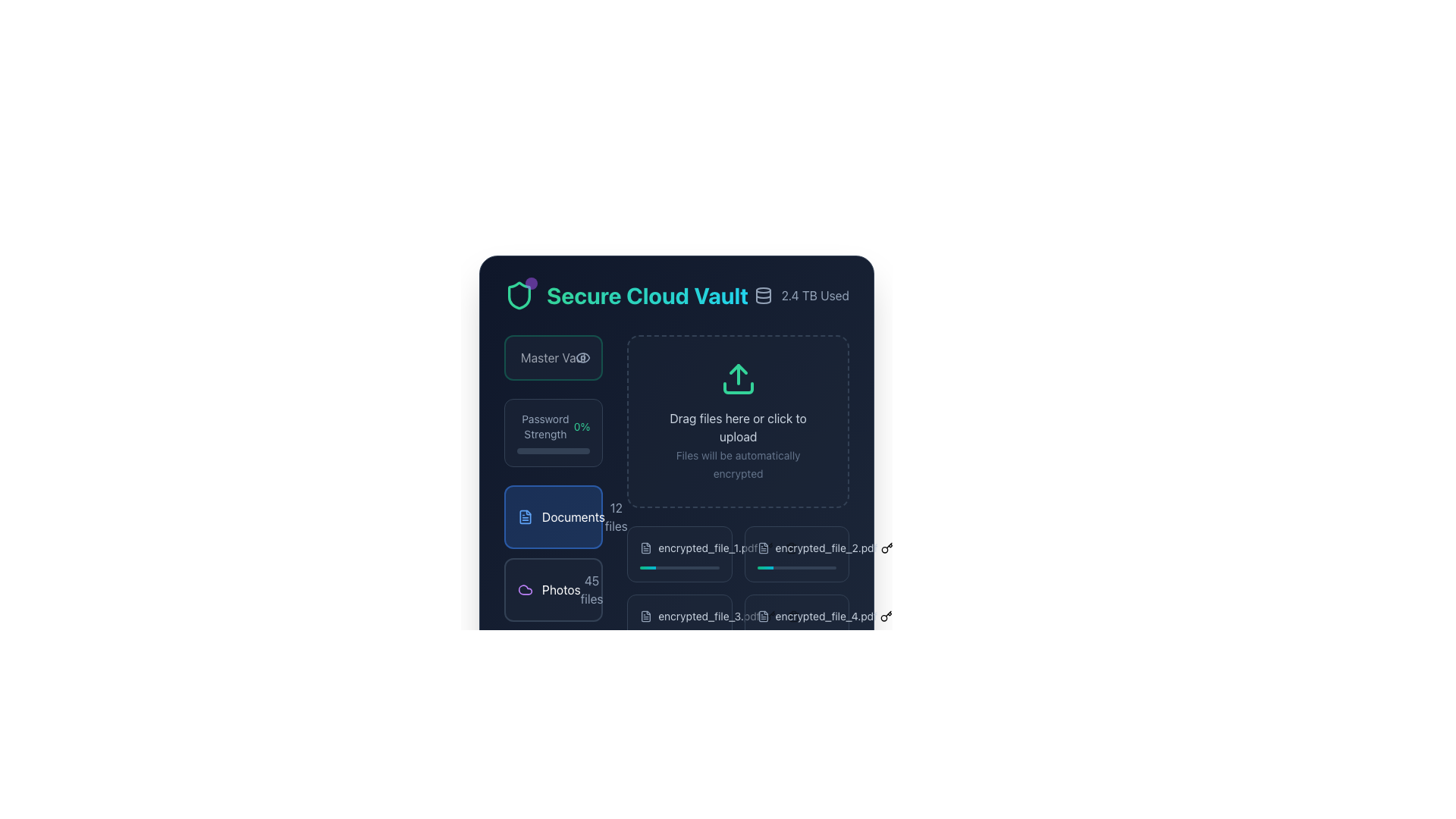 Image resolution: width=1456 pixels, height=819 pixels. What do you see at coordinates (763, 548) in the screenshot?
I see `the document icon, which is a rectangular outline with a folded corner, located in the navigational section next to the 'Documents' label` at bounding box center [763, 548].